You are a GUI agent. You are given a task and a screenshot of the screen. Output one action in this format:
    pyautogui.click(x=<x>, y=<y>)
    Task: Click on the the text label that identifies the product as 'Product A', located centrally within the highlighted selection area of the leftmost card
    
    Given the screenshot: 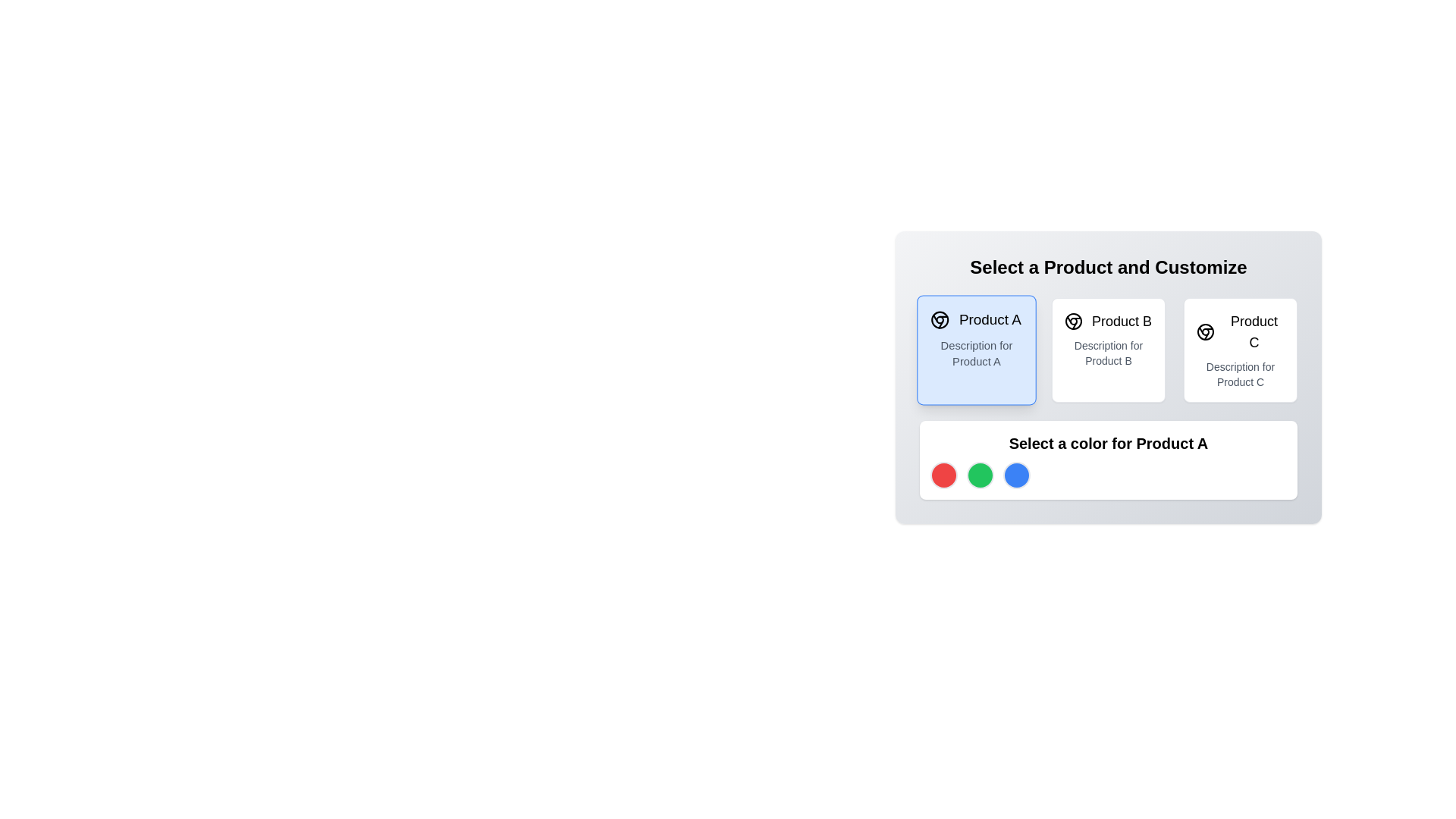 What is the action you would take?
    pyautogui.click(x=990, y=319)
    